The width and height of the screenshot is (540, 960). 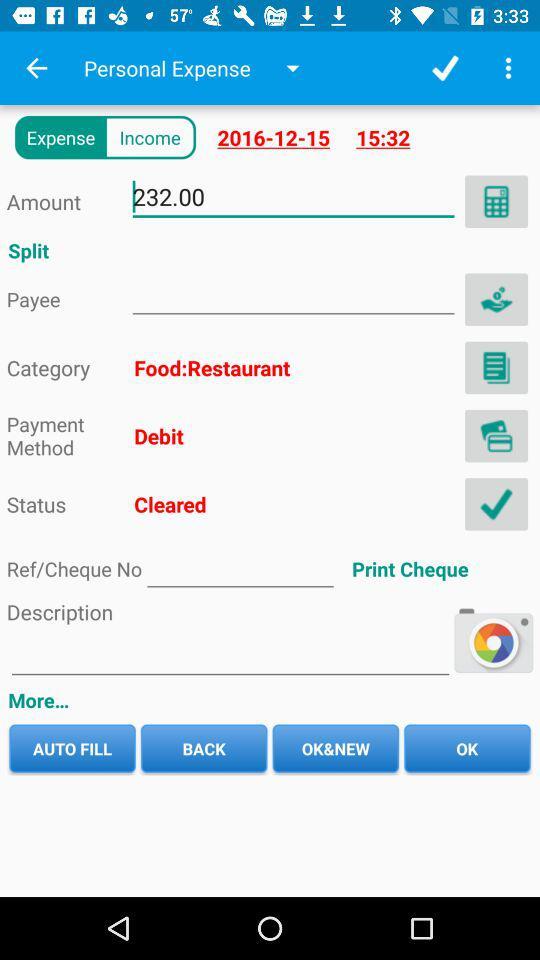 What do you see at coordinates (495, 436) in the screenshot?
I see `debit card image` at bounding box center [495, 436].